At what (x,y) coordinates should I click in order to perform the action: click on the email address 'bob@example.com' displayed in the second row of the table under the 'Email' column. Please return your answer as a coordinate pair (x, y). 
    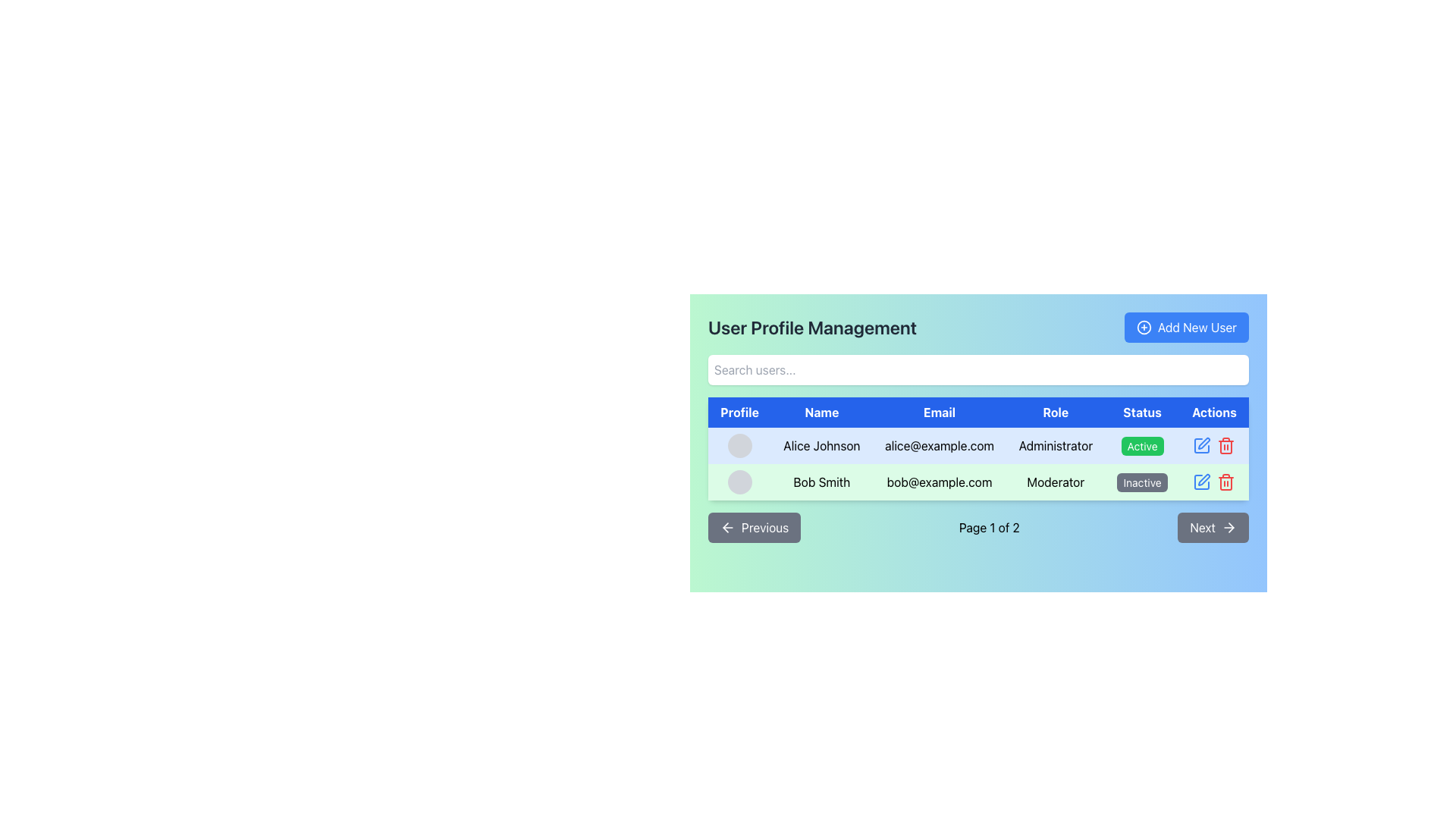
    Looking at the image, I should click on (938, 482).